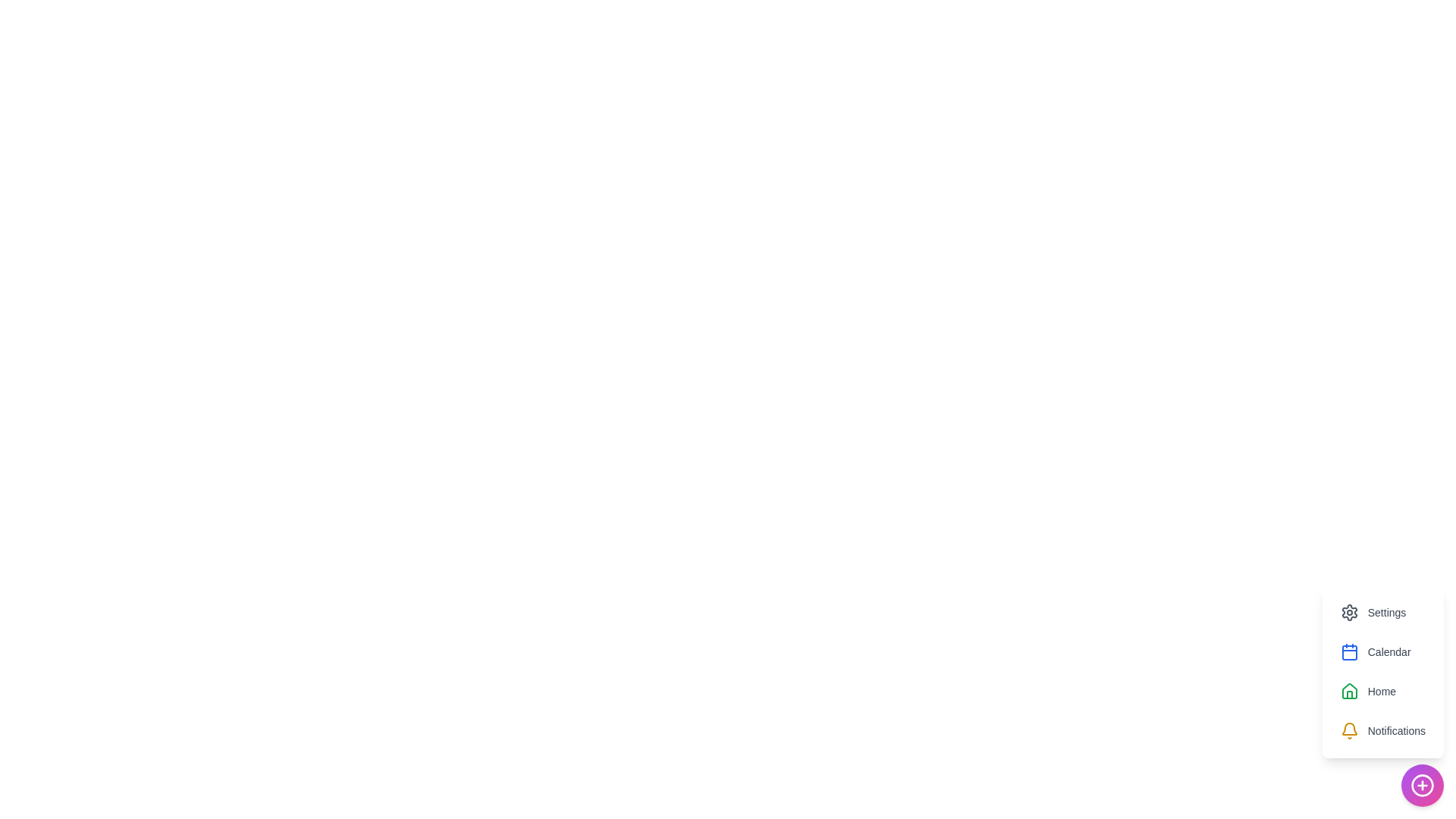 Image resolution: width=1456 pixels, height=819 pixels. I want to click on the Settings option from the menu, so click(1373, 611).